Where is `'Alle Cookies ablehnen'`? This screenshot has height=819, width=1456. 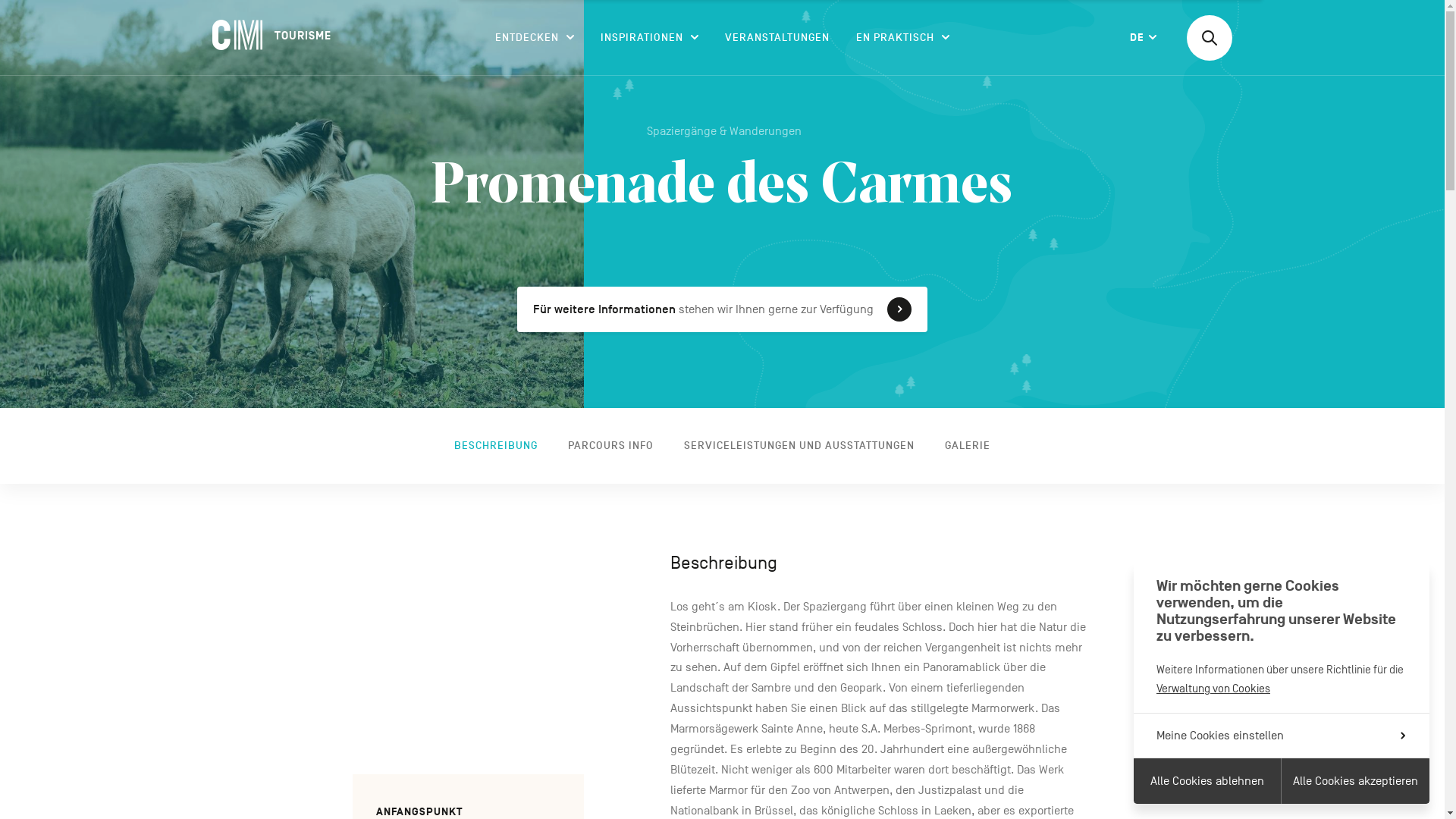
'Alle Cookies ablehnen' is located at coordinates (1207, 780).